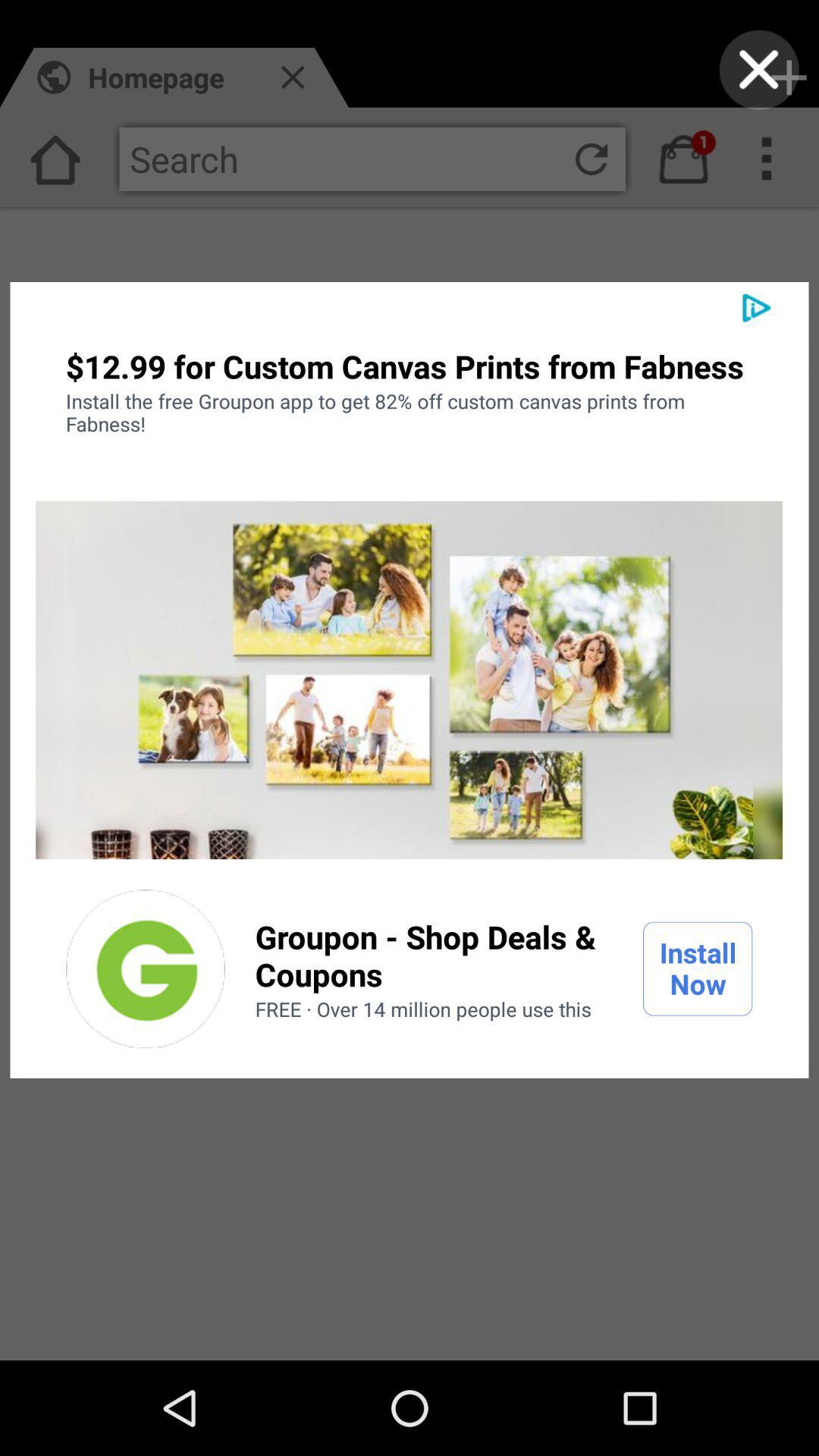 The image size is (819, 1456). I want to click on the item next to the groupon shop deals icon, so click(146, 968).